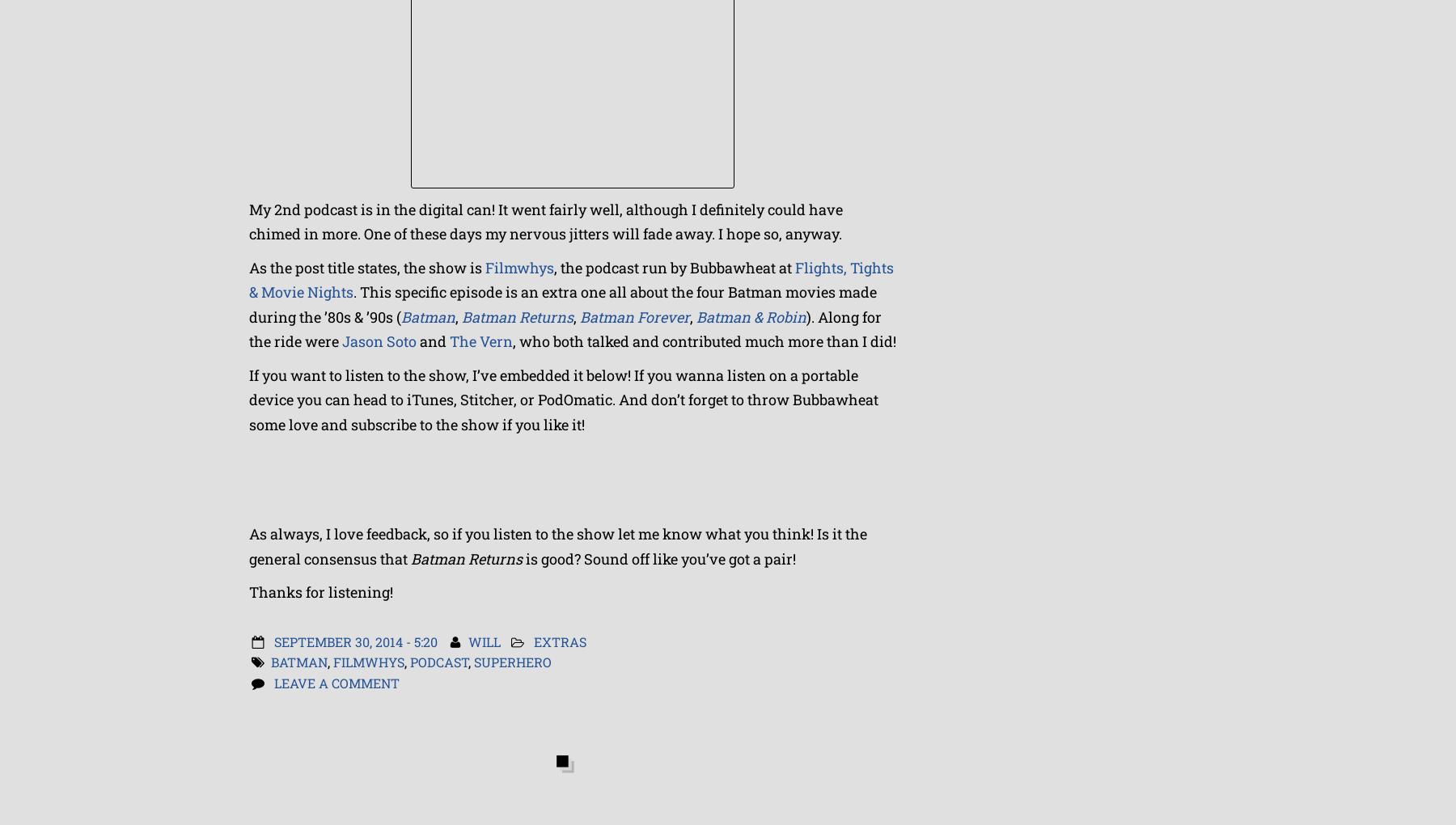 This screenshot has width=1456, height=825. I want to click on 'Superhero', so click(474, 662).